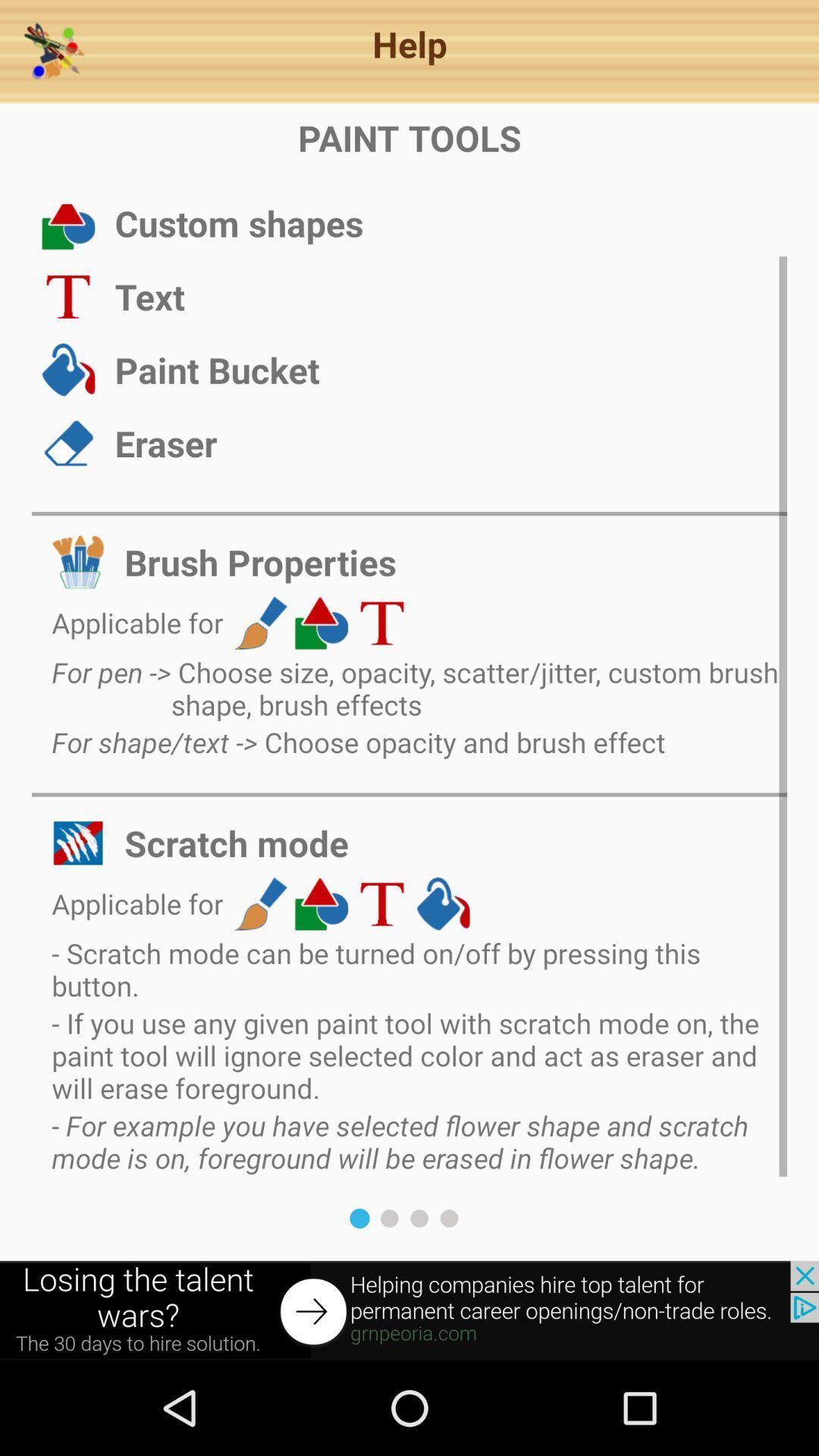 This screenshot has width=819, height=1456. I want to click on open advertisement, so click(409, 1310).